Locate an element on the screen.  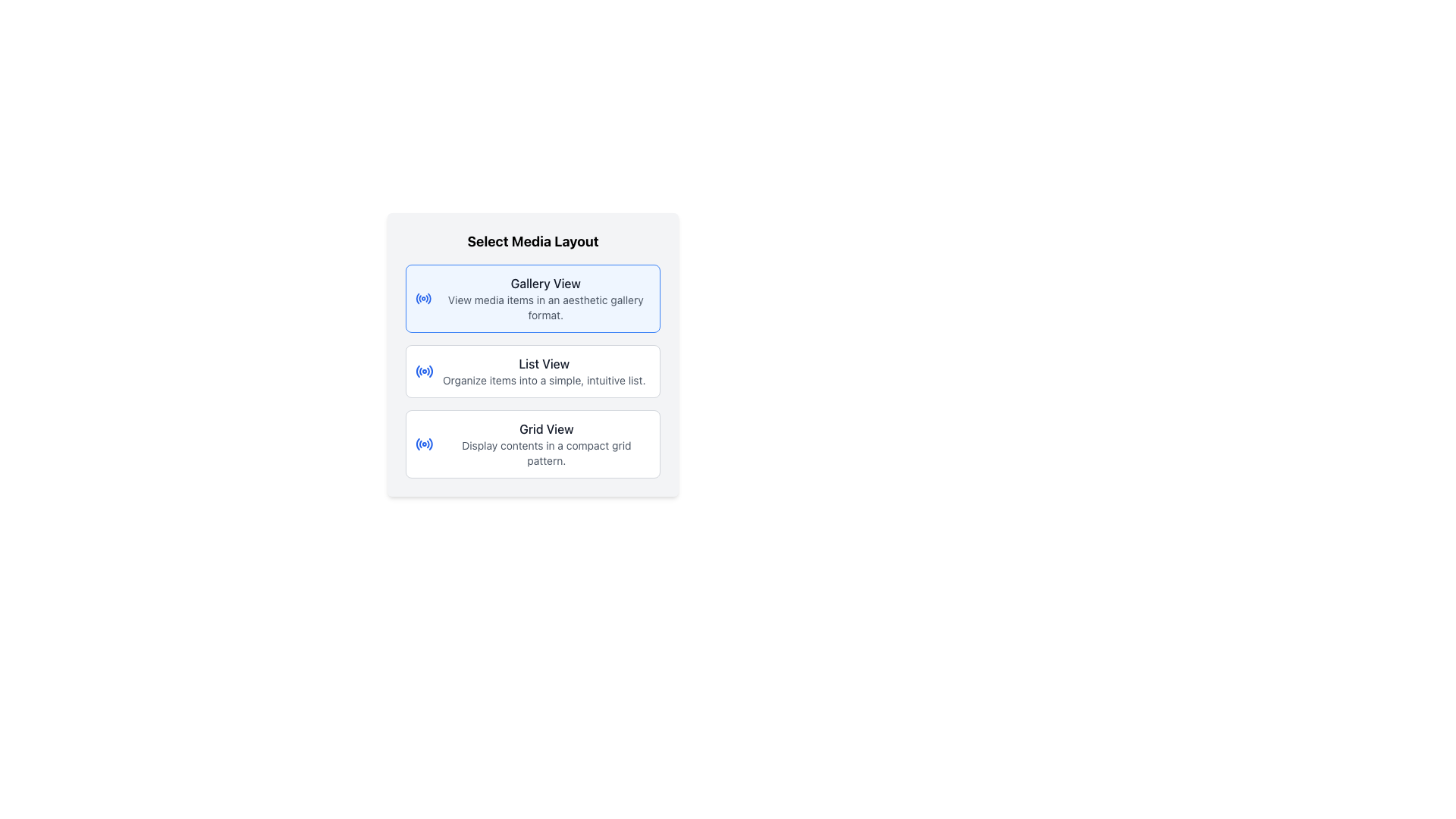
the 'List View' option, which is the second item in a vertically stacked list of options including 'Gallery View' and 'Grid View' is located at coordinates (544, 371).